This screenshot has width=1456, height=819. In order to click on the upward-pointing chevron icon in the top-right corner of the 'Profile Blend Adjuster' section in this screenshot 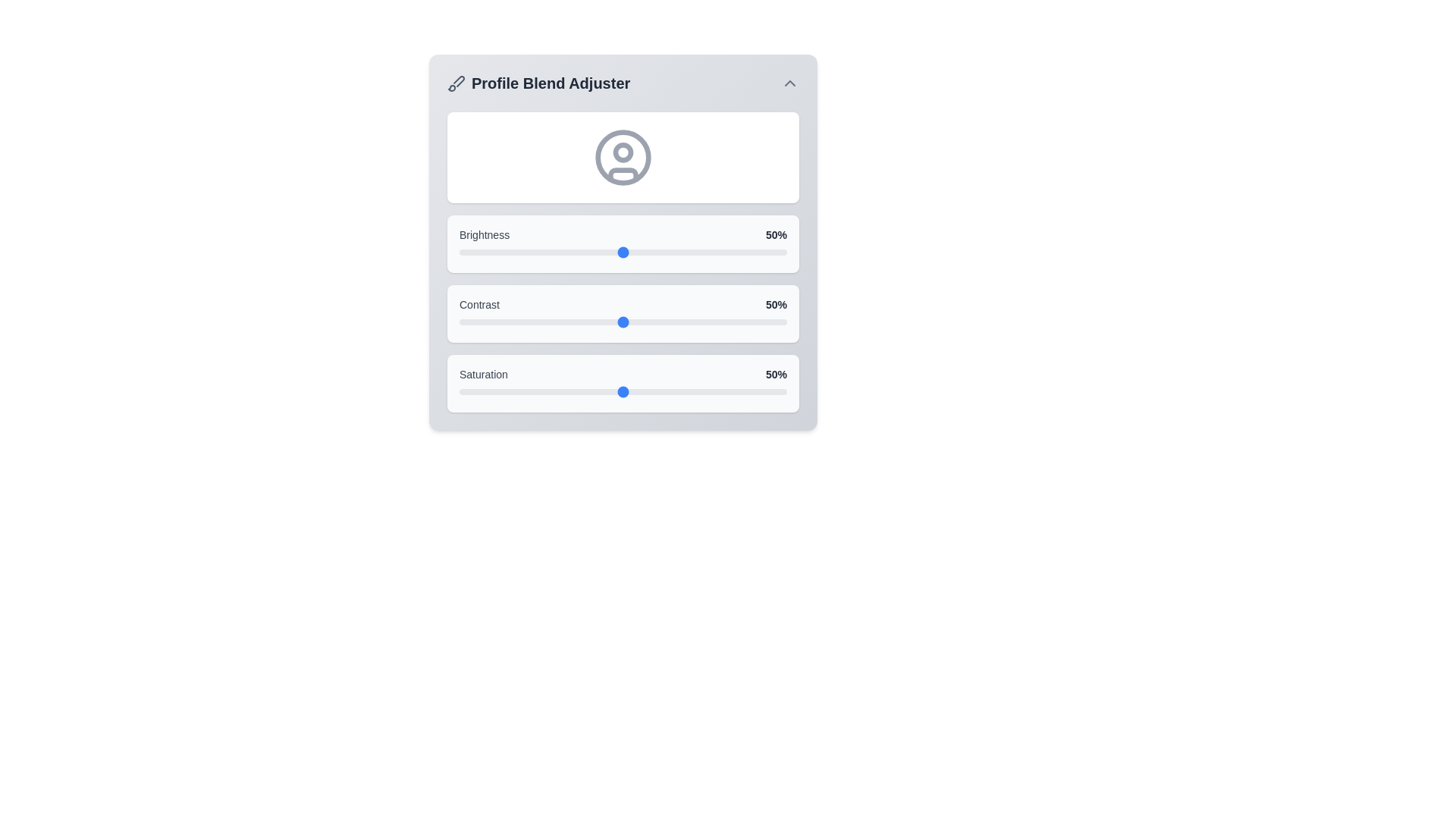, I will do `click(789, 83)`.